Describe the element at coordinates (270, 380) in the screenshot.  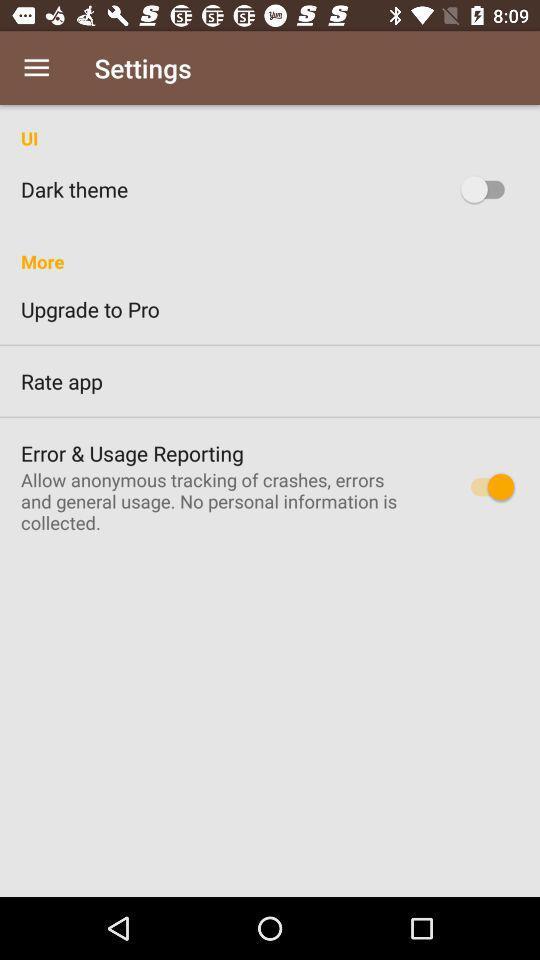
I see `rate app item` at that location.